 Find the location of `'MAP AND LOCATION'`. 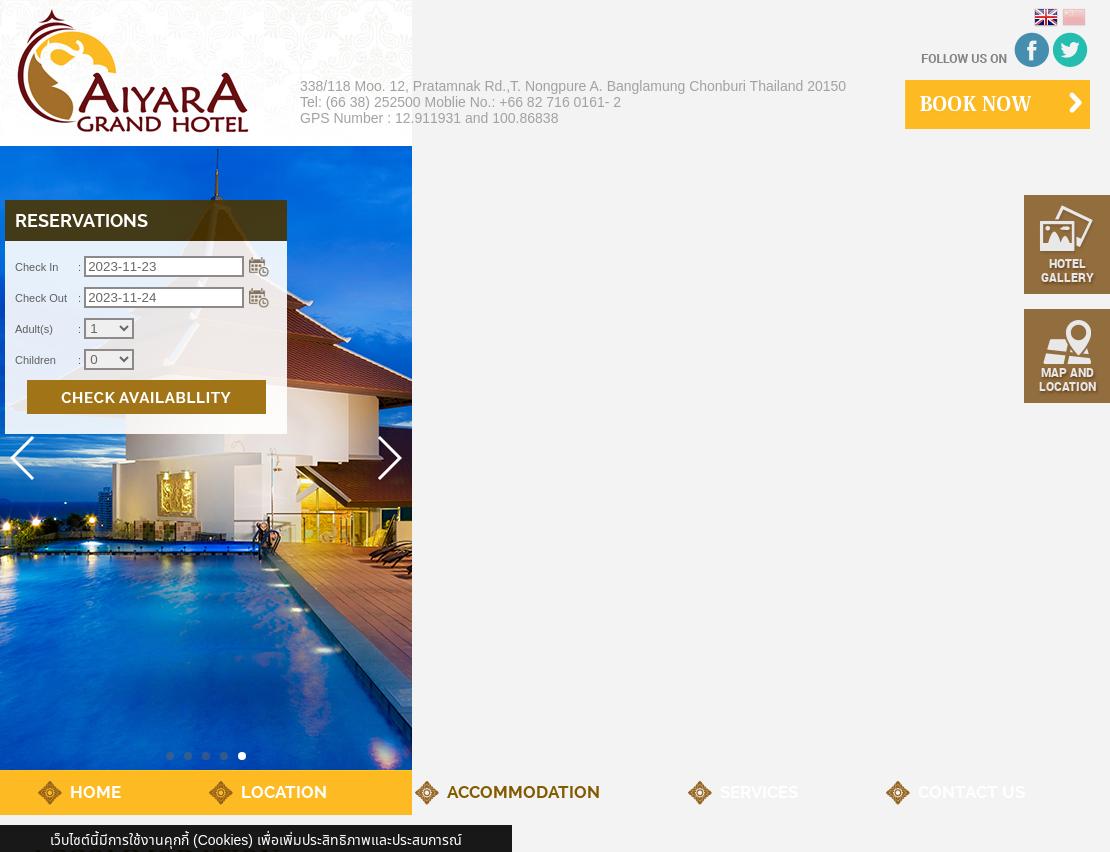

'MAP AND LOCATION' is located at coordinates (1065, 377).